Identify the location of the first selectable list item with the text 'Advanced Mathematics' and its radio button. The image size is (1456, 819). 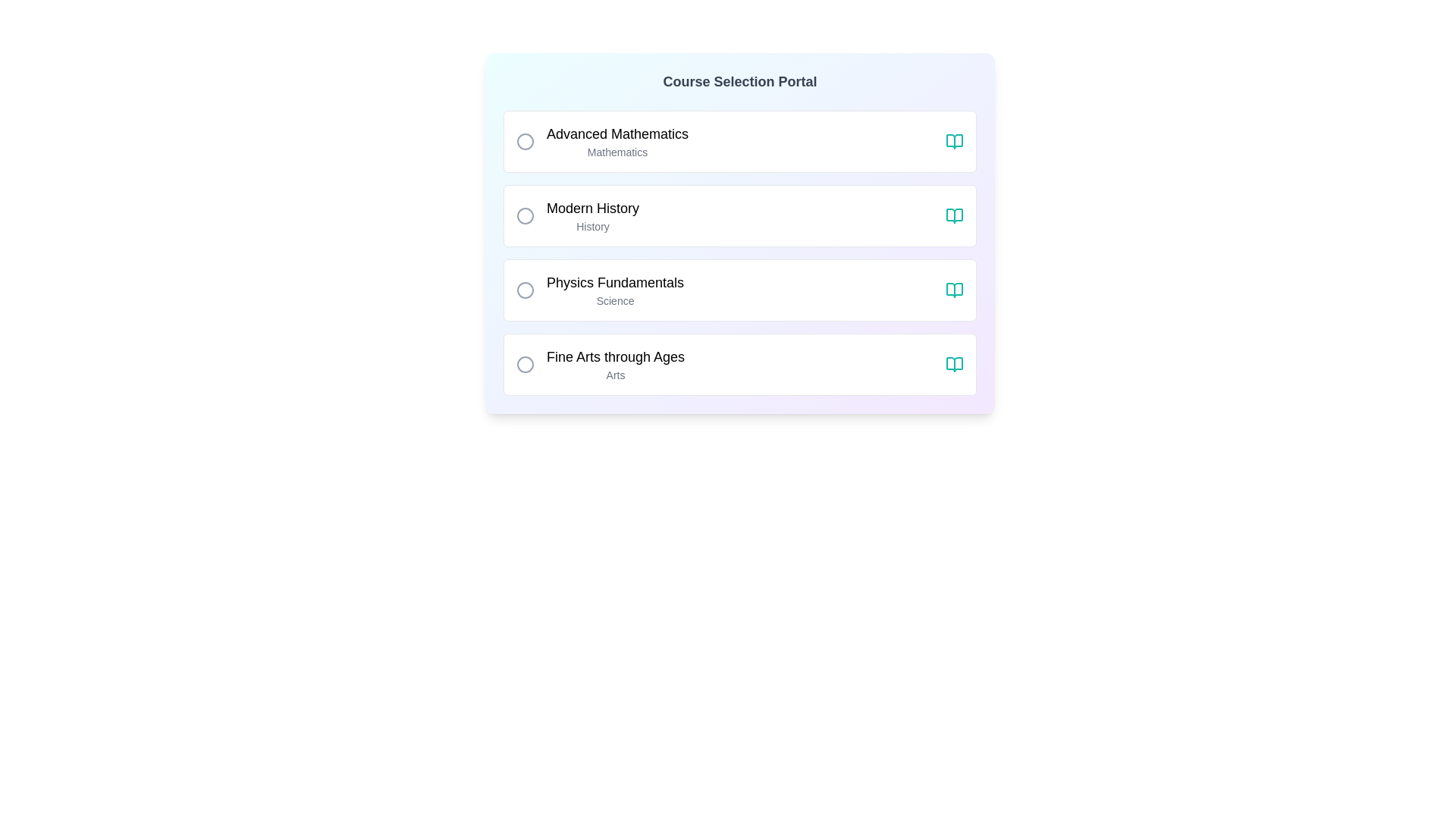
(601, 141).